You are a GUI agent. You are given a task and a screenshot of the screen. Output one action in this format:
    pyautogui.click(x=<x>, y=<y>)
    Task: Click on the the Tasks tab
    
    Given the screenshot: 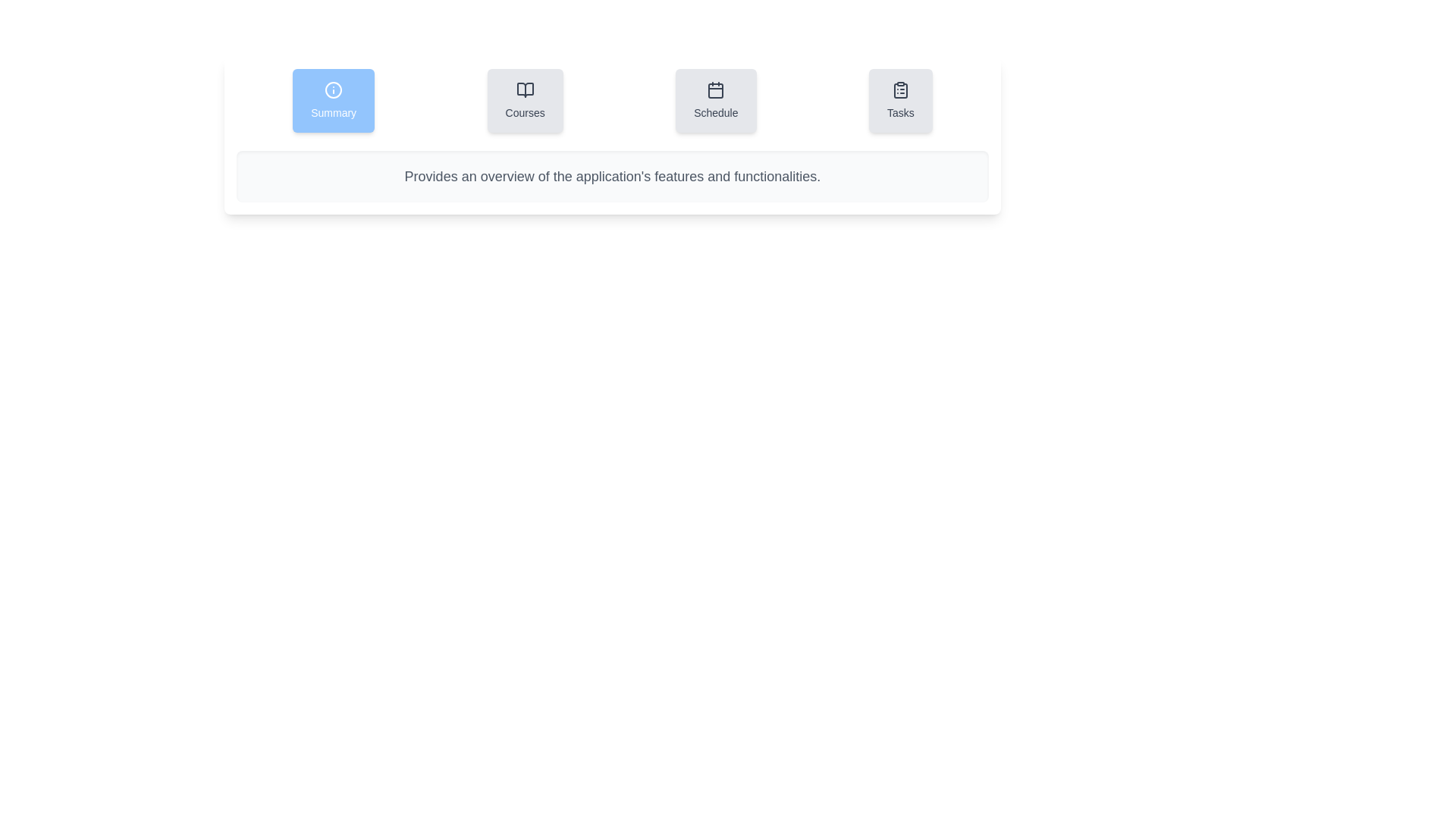 What is the action you would take?
    pyautogui.click(x=901, y=100)
    